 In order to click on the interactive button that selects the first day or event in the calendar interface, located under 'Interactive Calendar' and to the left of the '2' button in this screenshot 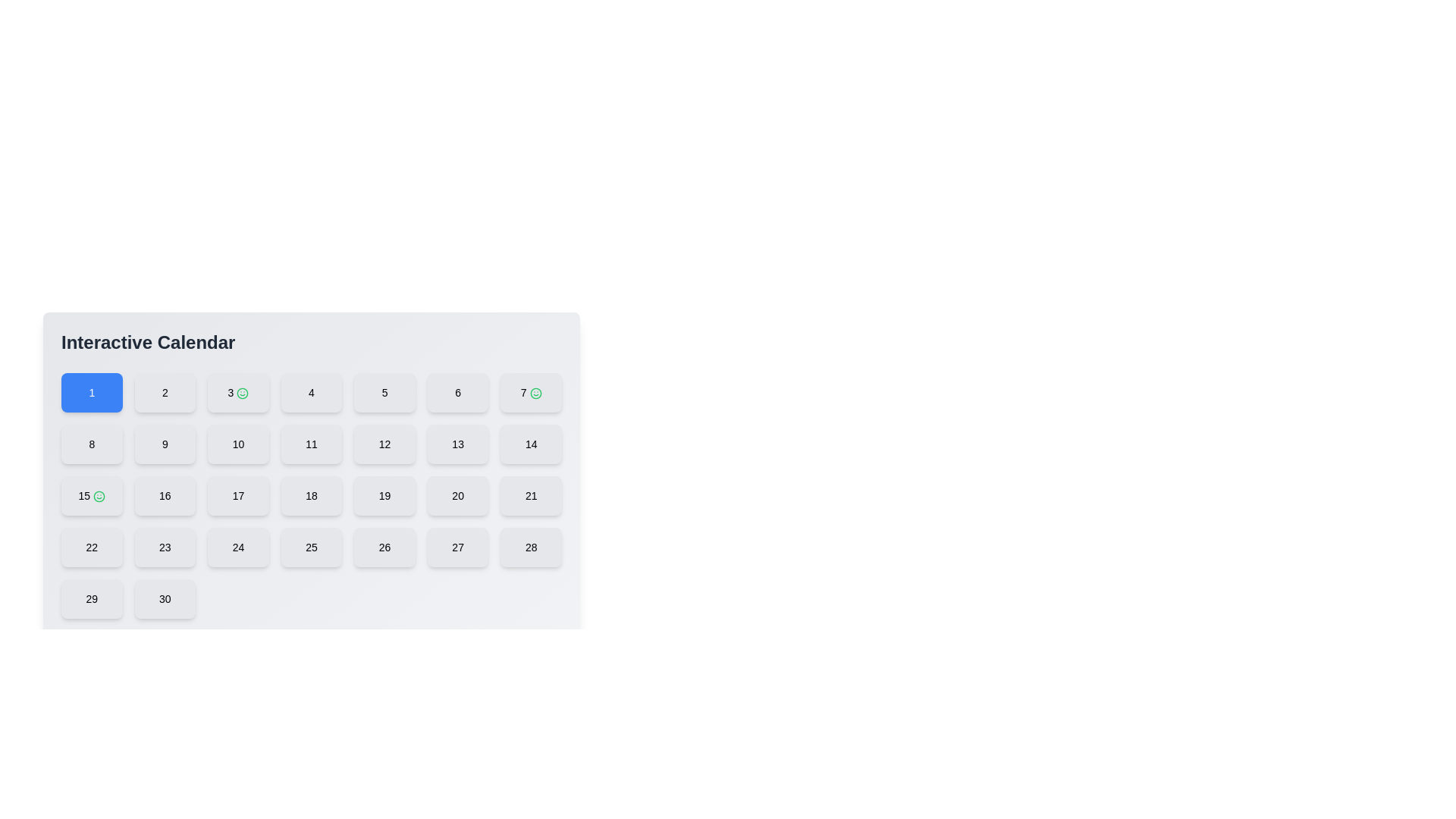, I will do `click(91, 391)`.